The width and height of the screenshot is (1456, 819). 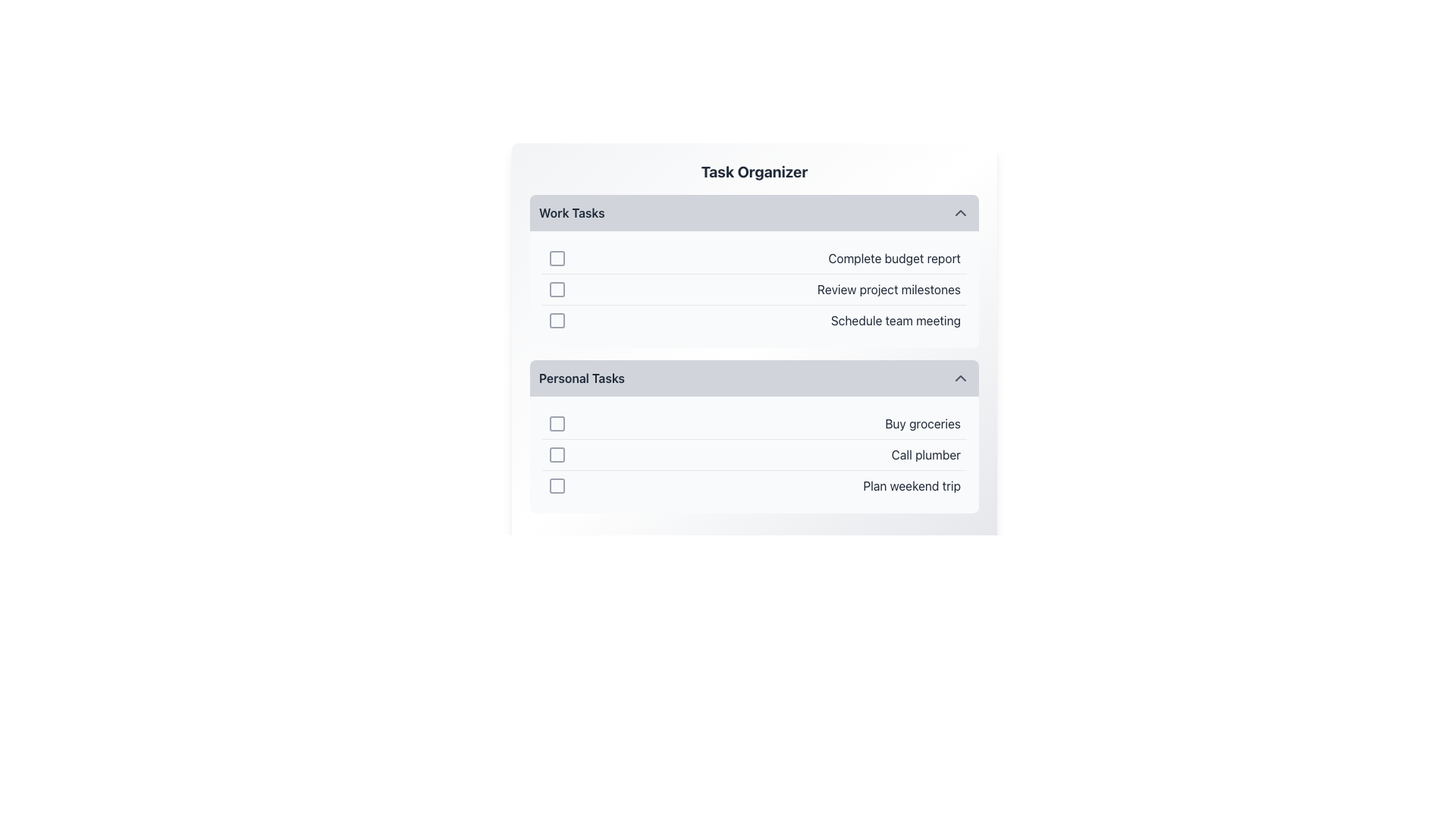 What do you see at coordinates (556, 485) in the screenshot?
I see `the checkbox located to the left of the text 'Plan weekend trip' in the 'Personal Tasks' section` at bounding box center [556, 485].